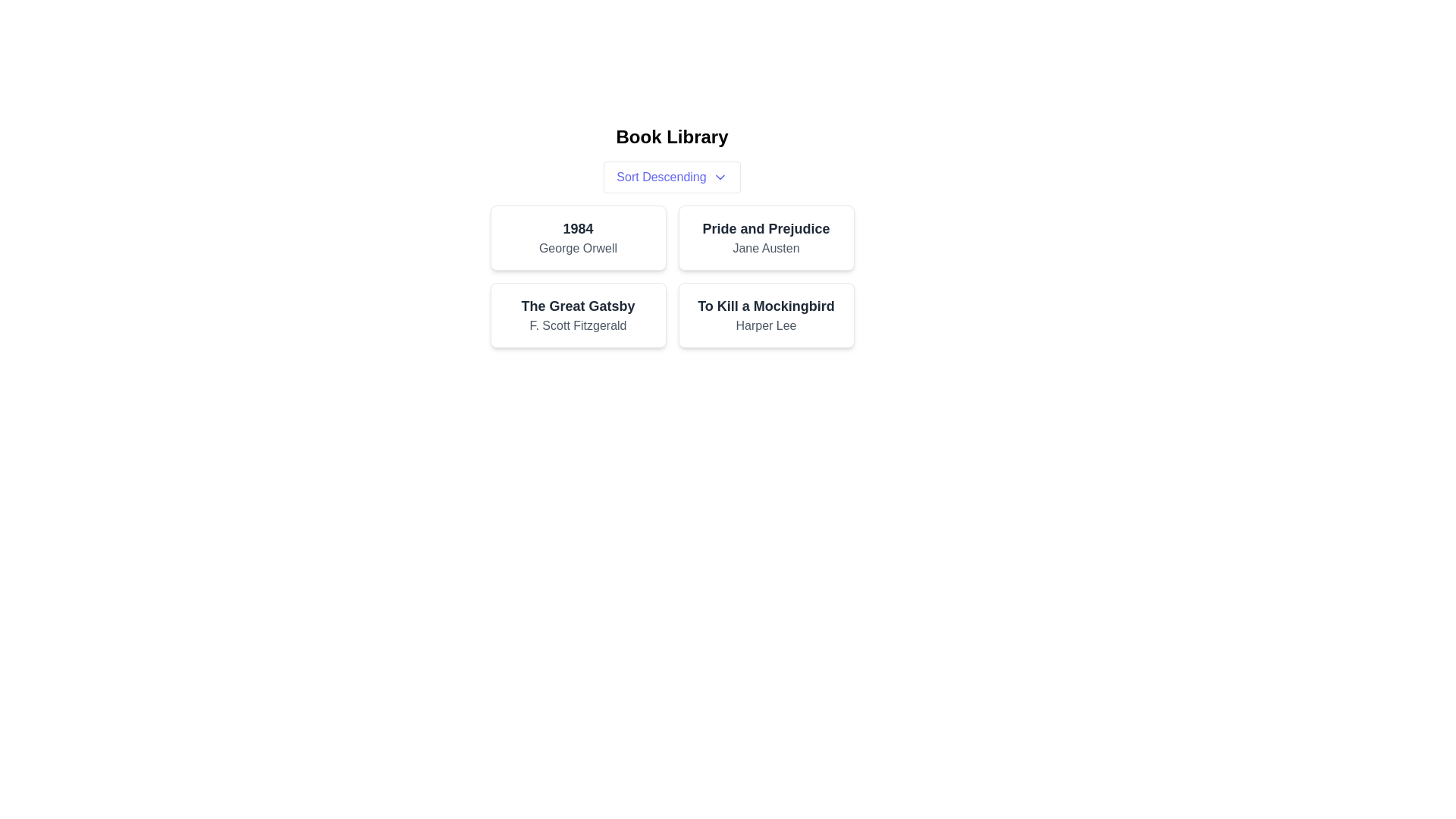 This screenshot has height=819, width=1456. Describe the element at coordinates (766, 247) in the screenshot. I see `the static text label displaying 'Jane Austen', which is located below the title 'Pride and Prejudice' in a card layout` at that location.